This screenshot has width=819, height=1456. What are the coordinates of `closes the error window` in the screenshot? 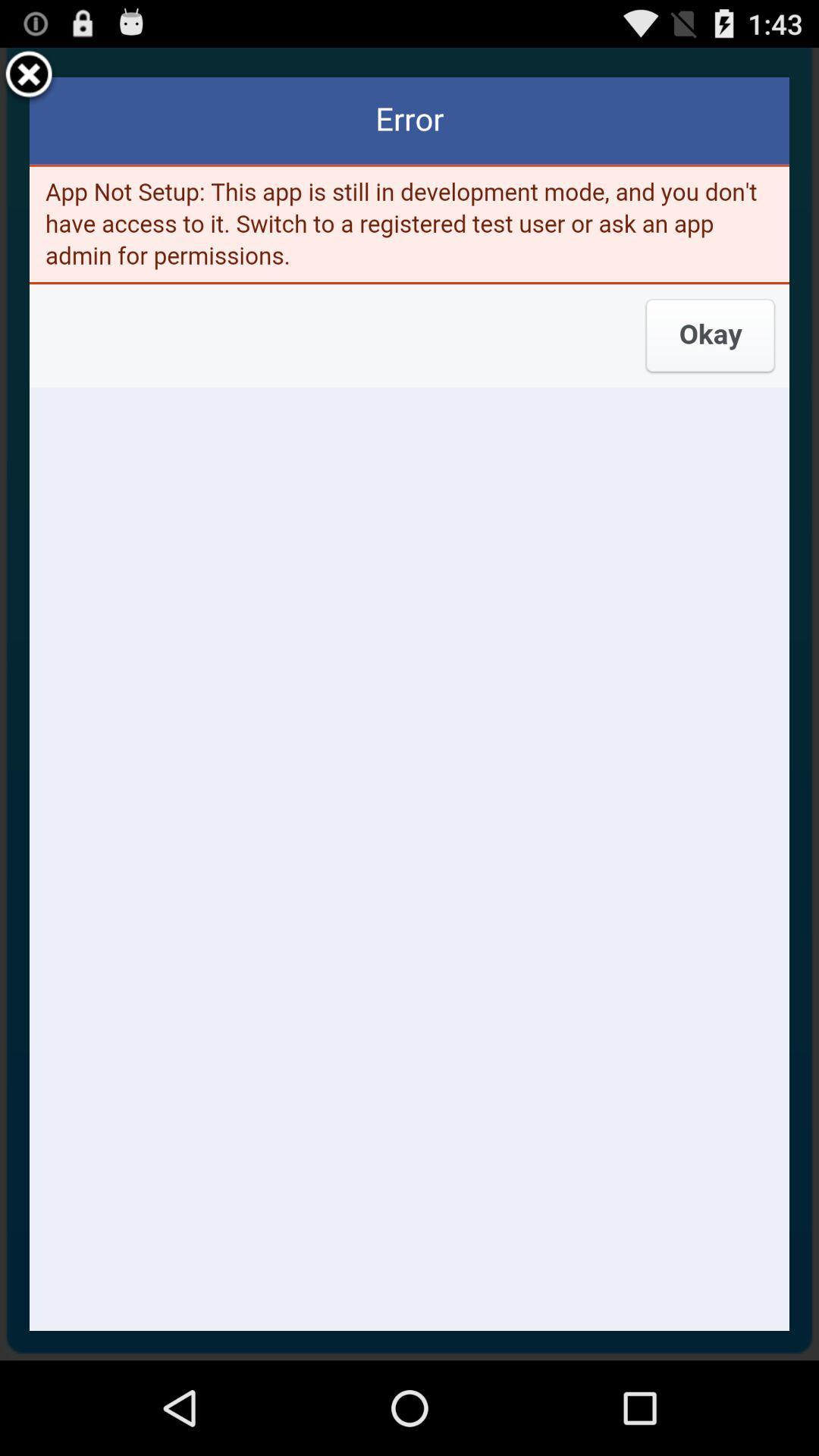 It's located at (29, 76).